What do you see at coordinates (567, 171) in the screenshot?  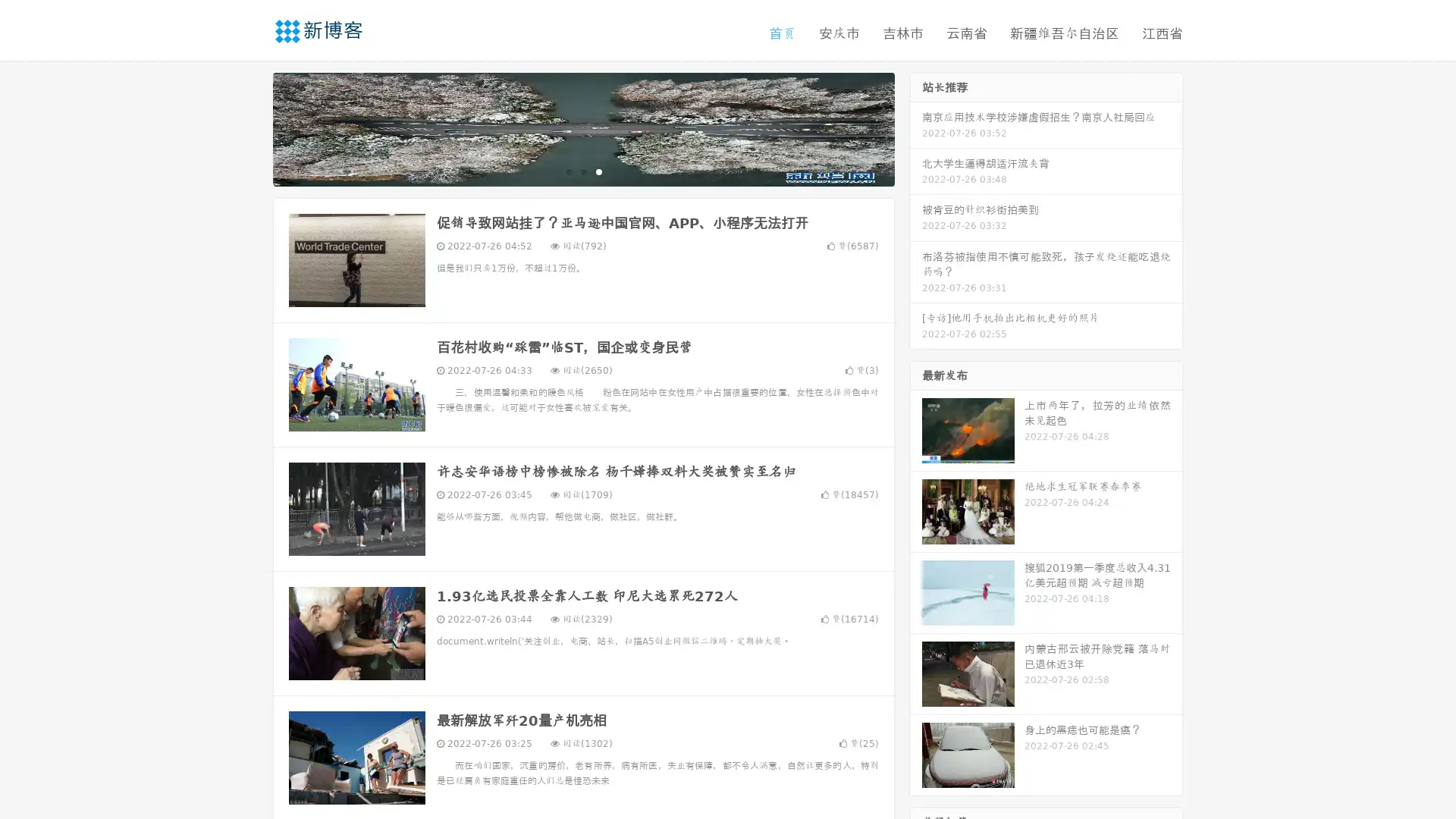 I see `Go to slide 1` at bounding box center [567, 171].